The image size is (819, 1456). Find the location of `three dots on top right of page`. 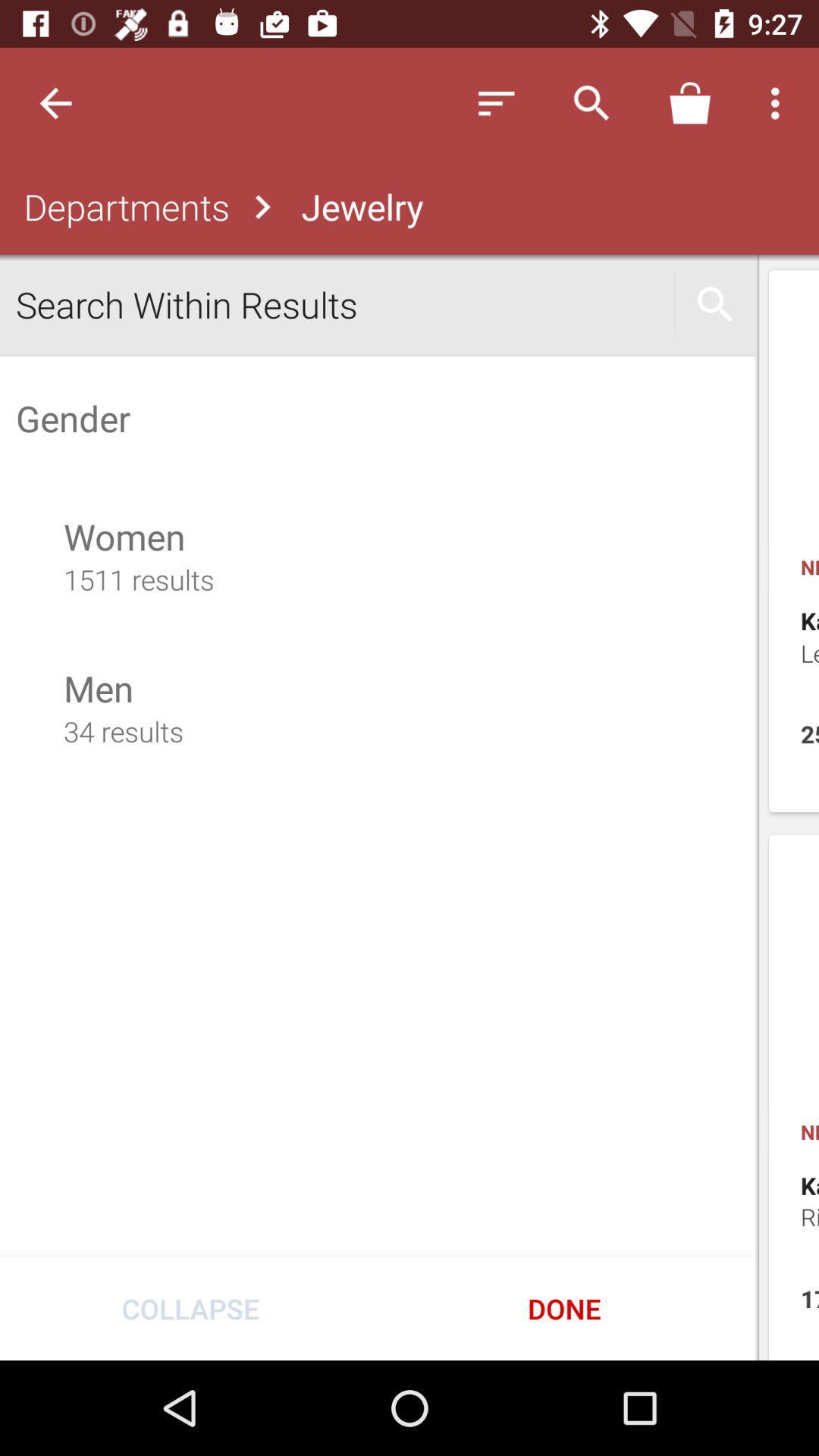

three dots on top right of page is located at coordinates (779, 103).